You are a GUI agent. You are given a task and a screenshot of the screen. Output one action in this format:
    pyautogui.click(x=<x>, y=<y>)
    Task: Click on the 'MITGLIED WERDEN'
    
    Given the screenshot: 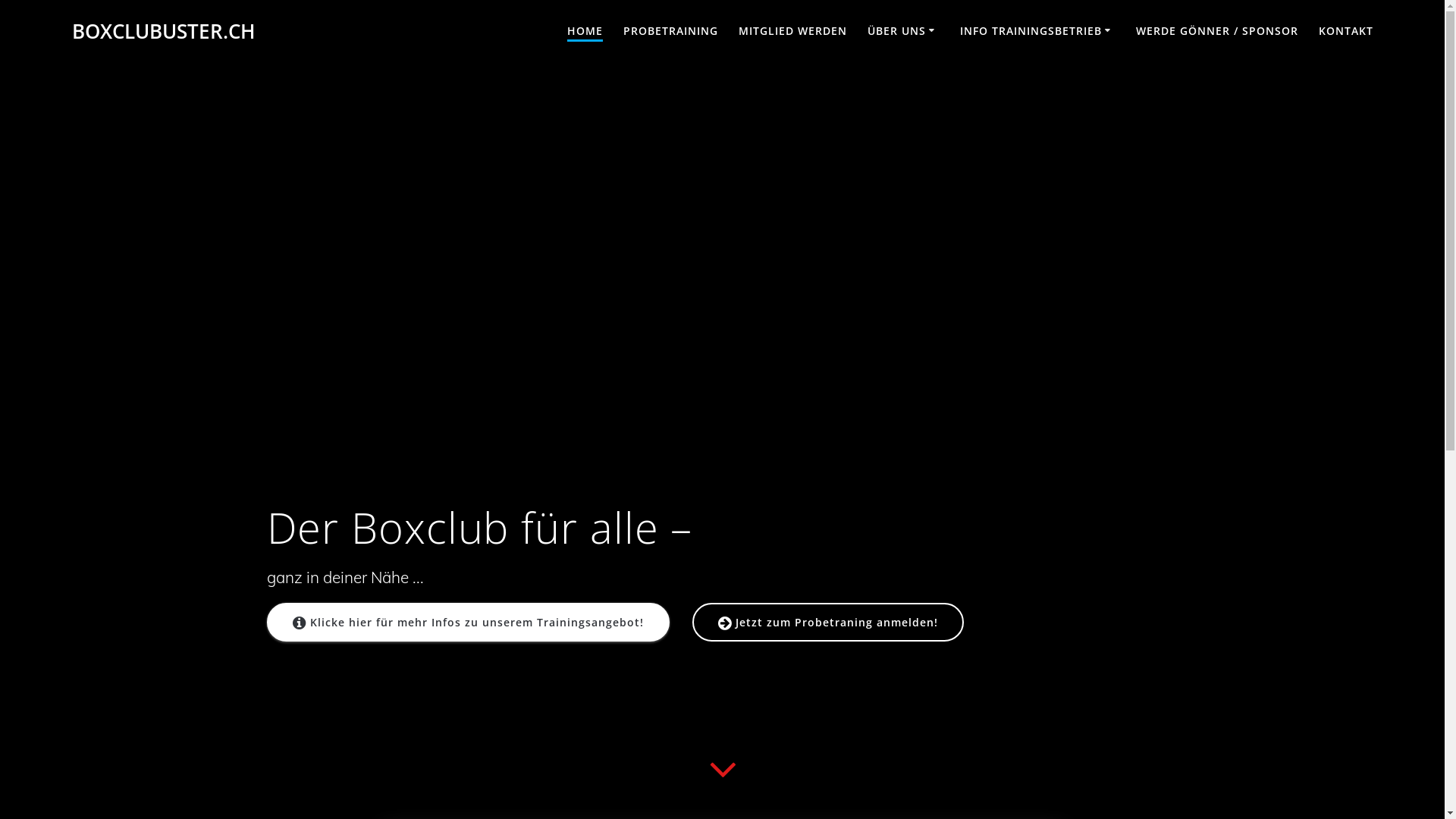 What is the action you would take?
    pyautogui.click(x=739, y=32)
    